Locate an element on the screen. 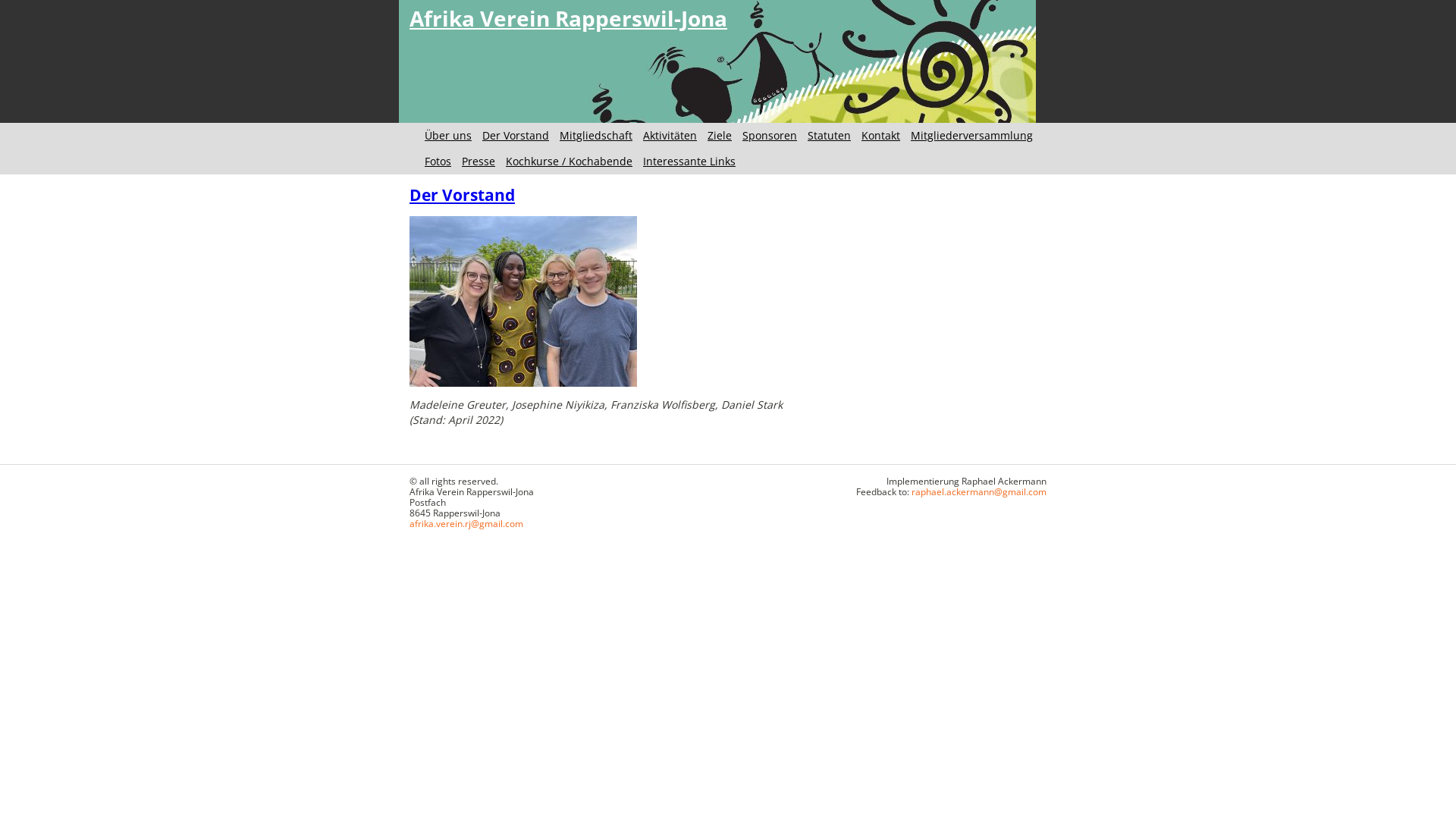 The width and height of the screenshot is (1456, 819). 'Der Vorstand' is located at coordinates (516, 134).